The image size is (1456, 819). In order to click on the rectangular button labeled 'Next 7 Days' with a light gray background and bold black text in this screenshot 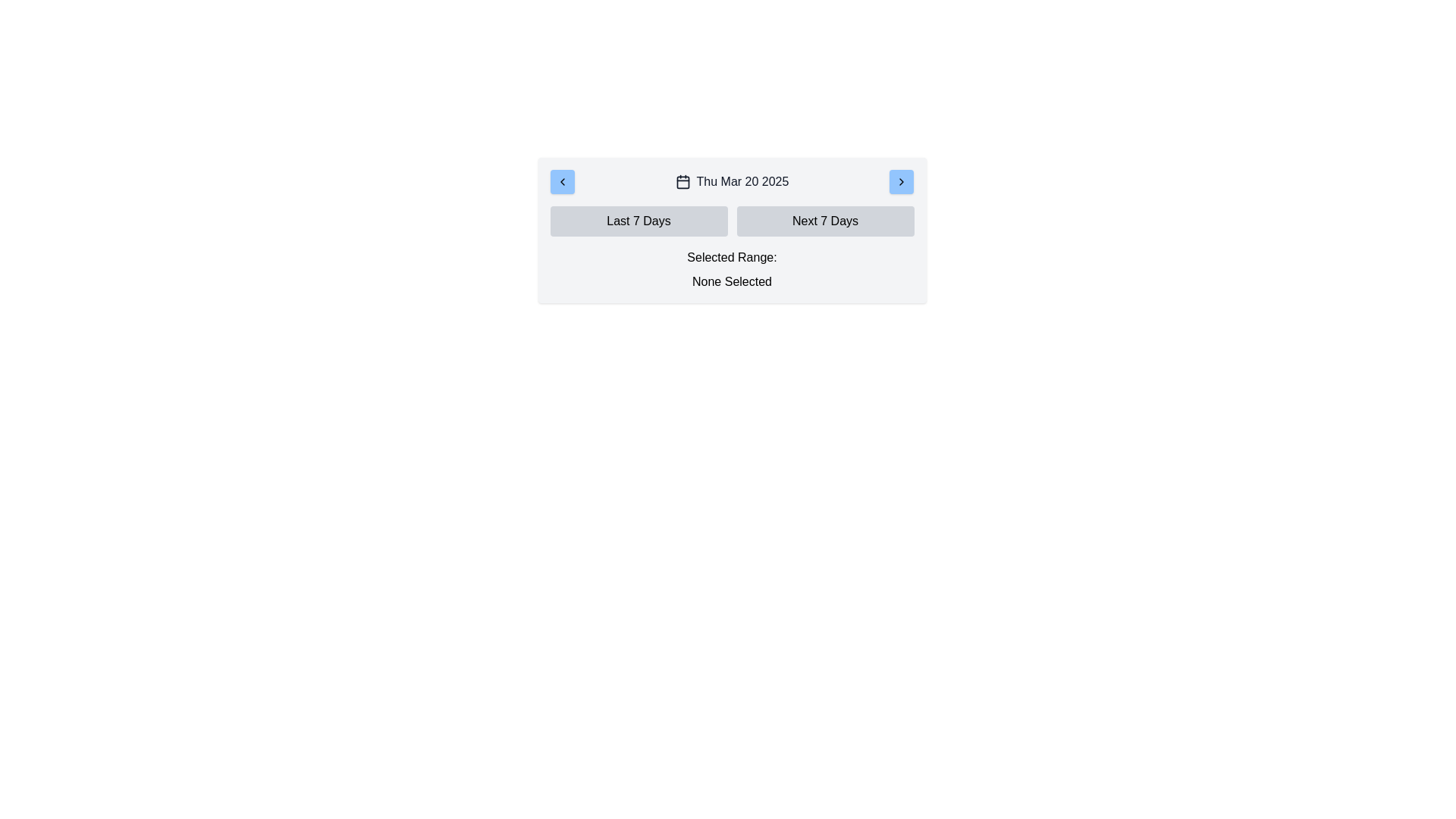, I will do `click(824, 221)`.